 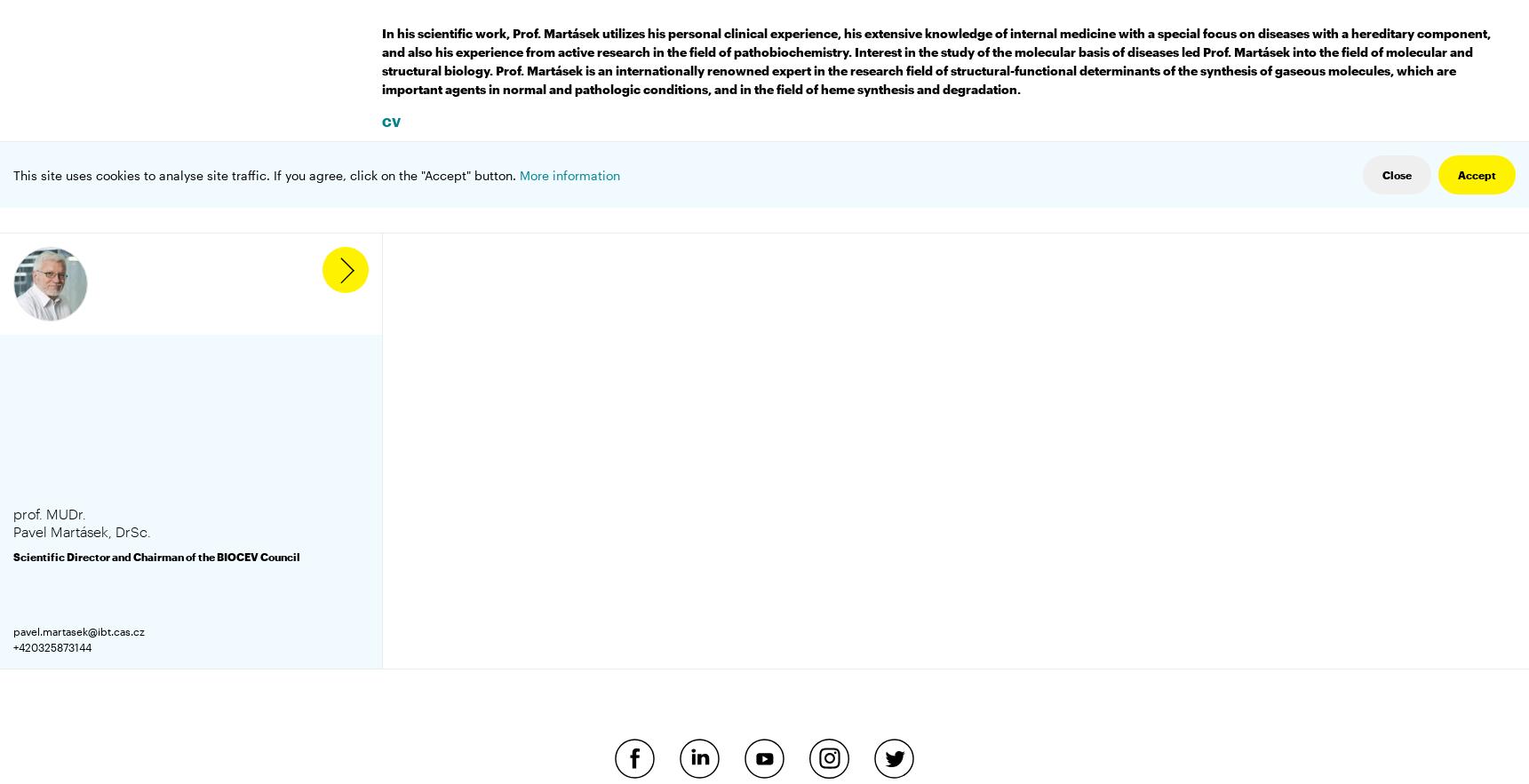 I want to click on 'prof. MUDr.', so click(x=48, y=512).